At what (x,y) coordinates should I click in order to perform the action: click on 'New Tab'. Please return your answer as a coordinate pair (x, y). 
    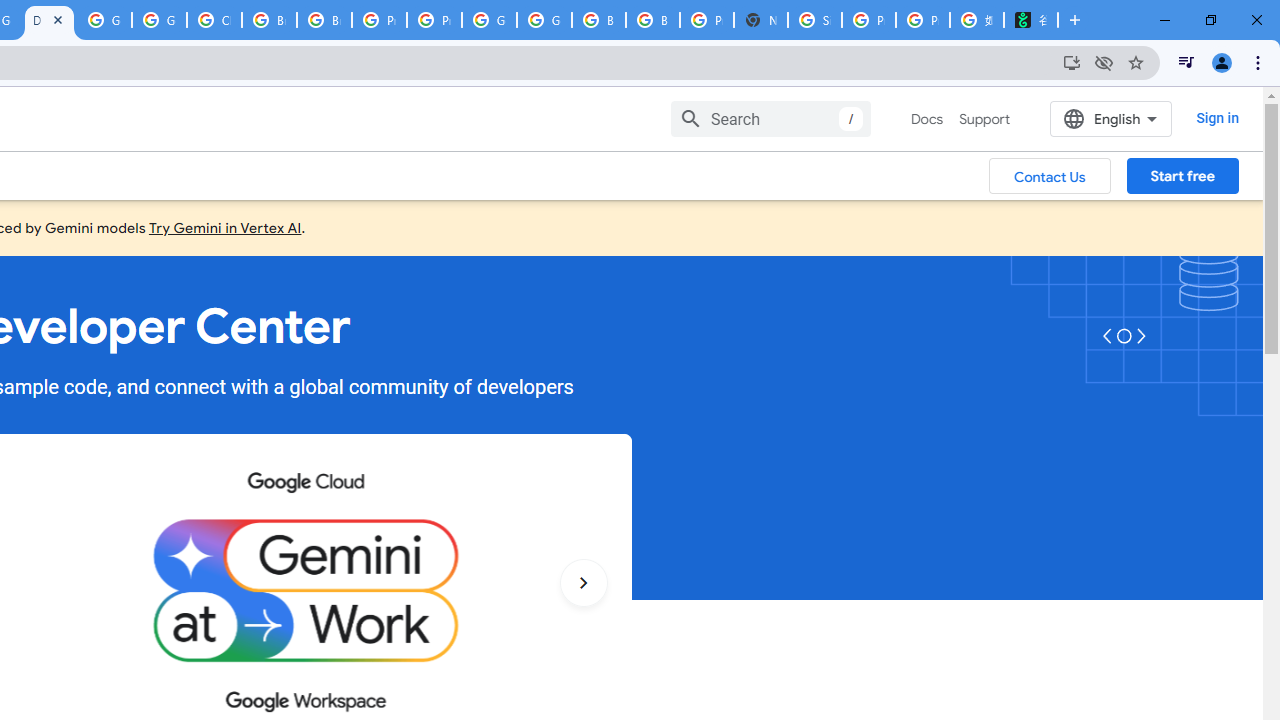
    Looking at the image, I should click on (759, 20).